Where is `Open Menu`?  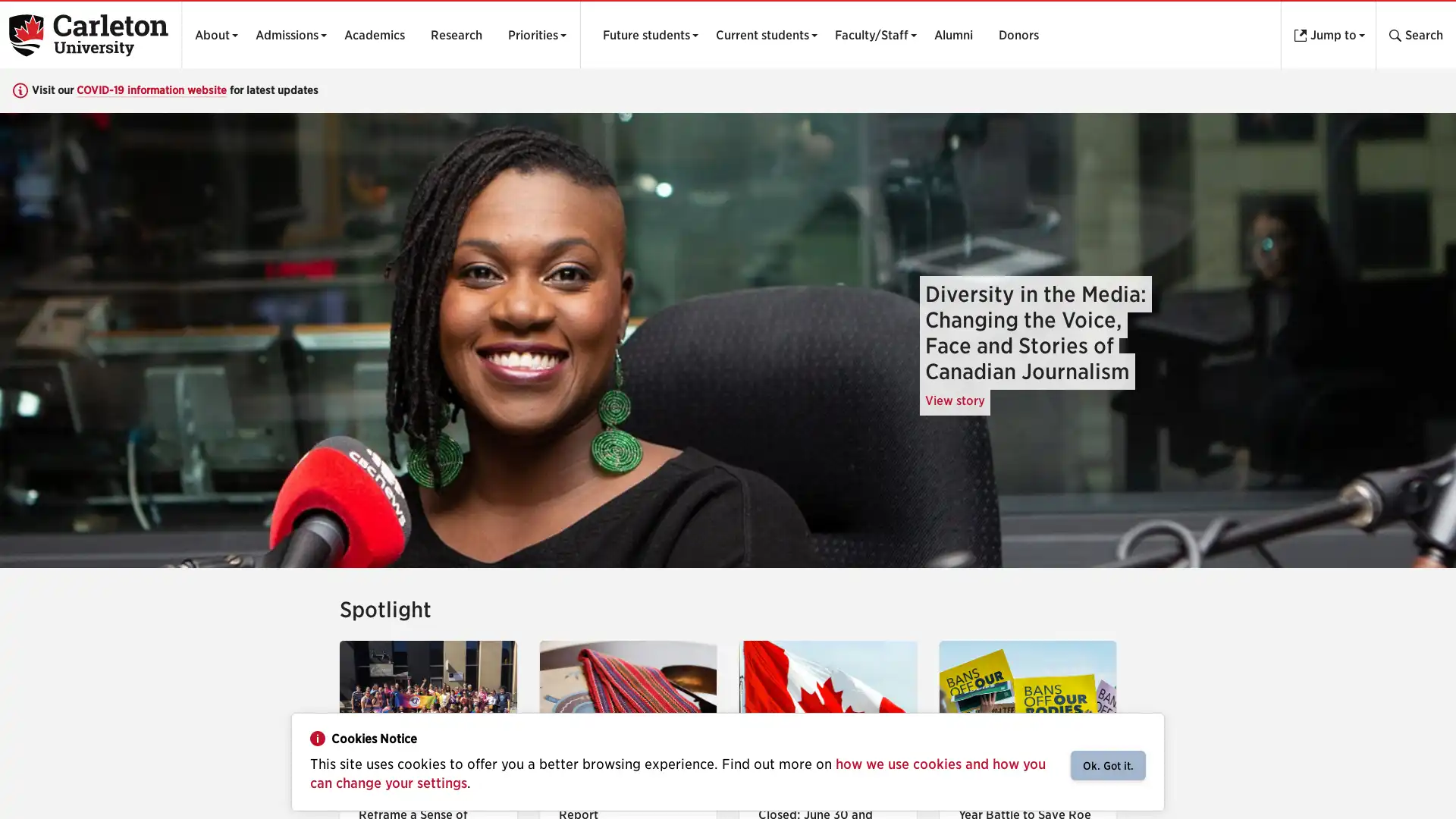 Open Menu is located at coordinates (532, 34).